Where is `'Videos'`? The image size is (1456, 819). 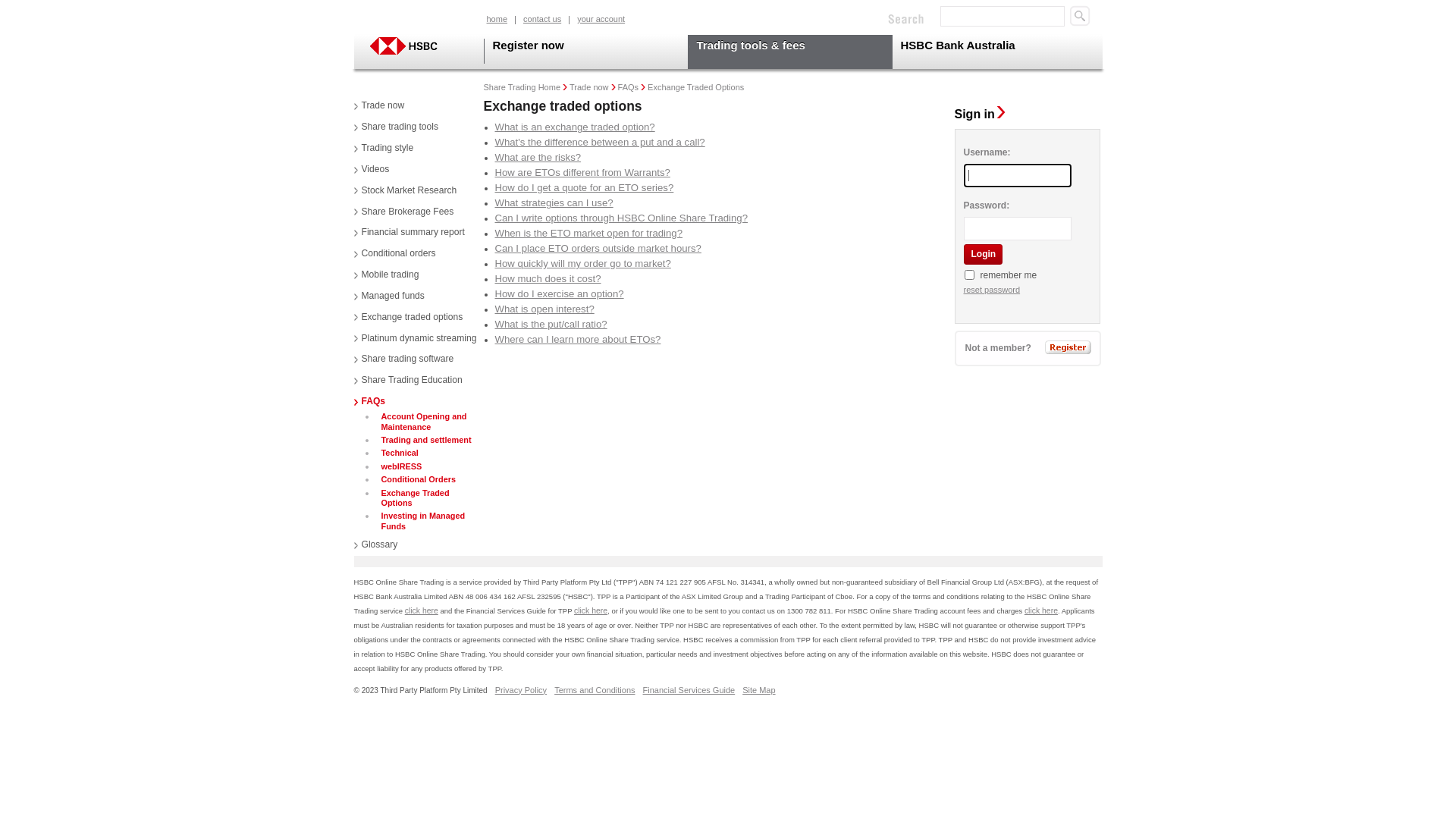
'Videos' is located at coordinates (371, 169).